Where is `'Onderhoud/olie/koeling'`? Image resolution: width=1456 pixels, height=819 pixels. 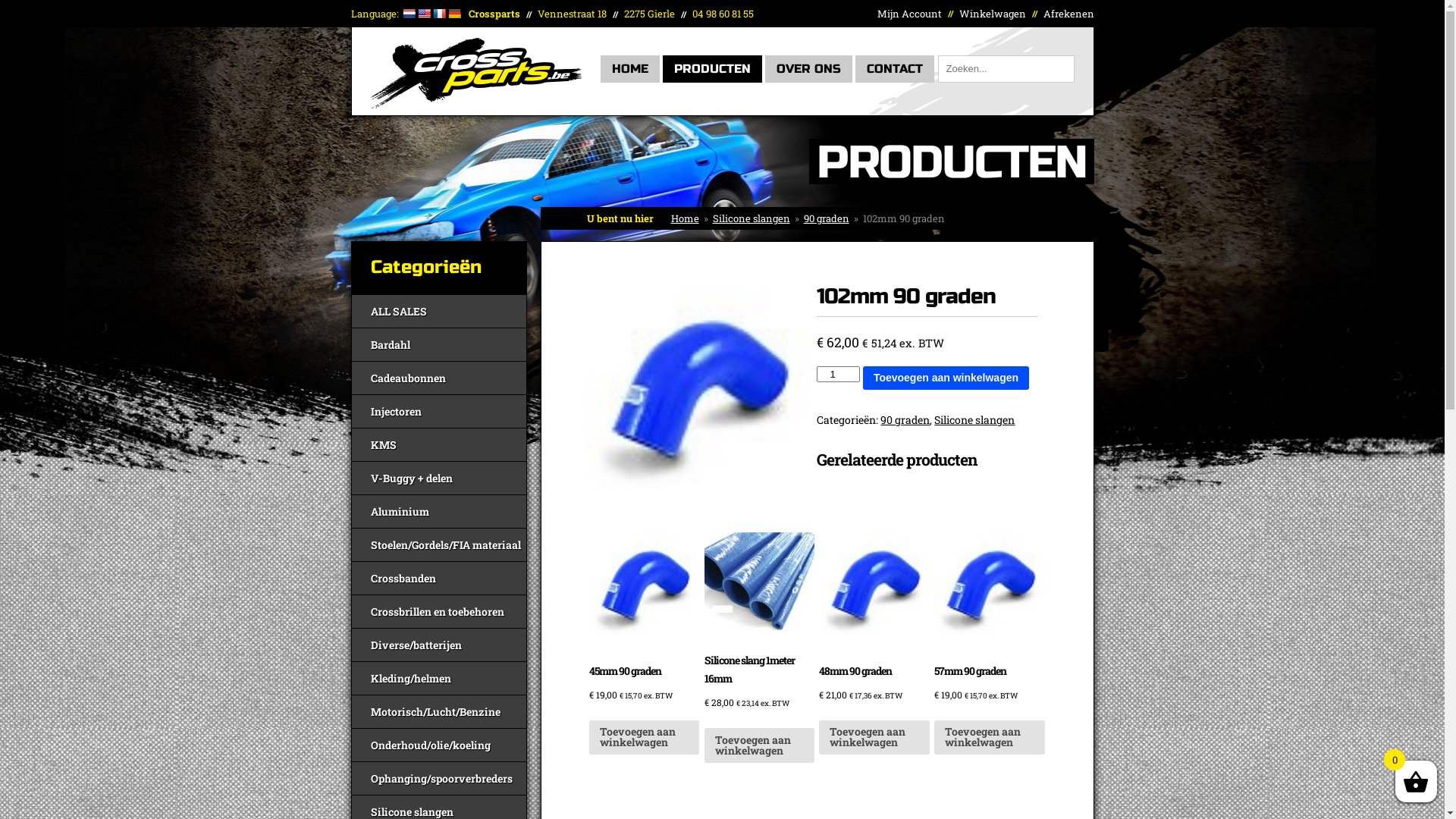
'Onderhoud/olie/koeling' is located at coordinates (438, 744).